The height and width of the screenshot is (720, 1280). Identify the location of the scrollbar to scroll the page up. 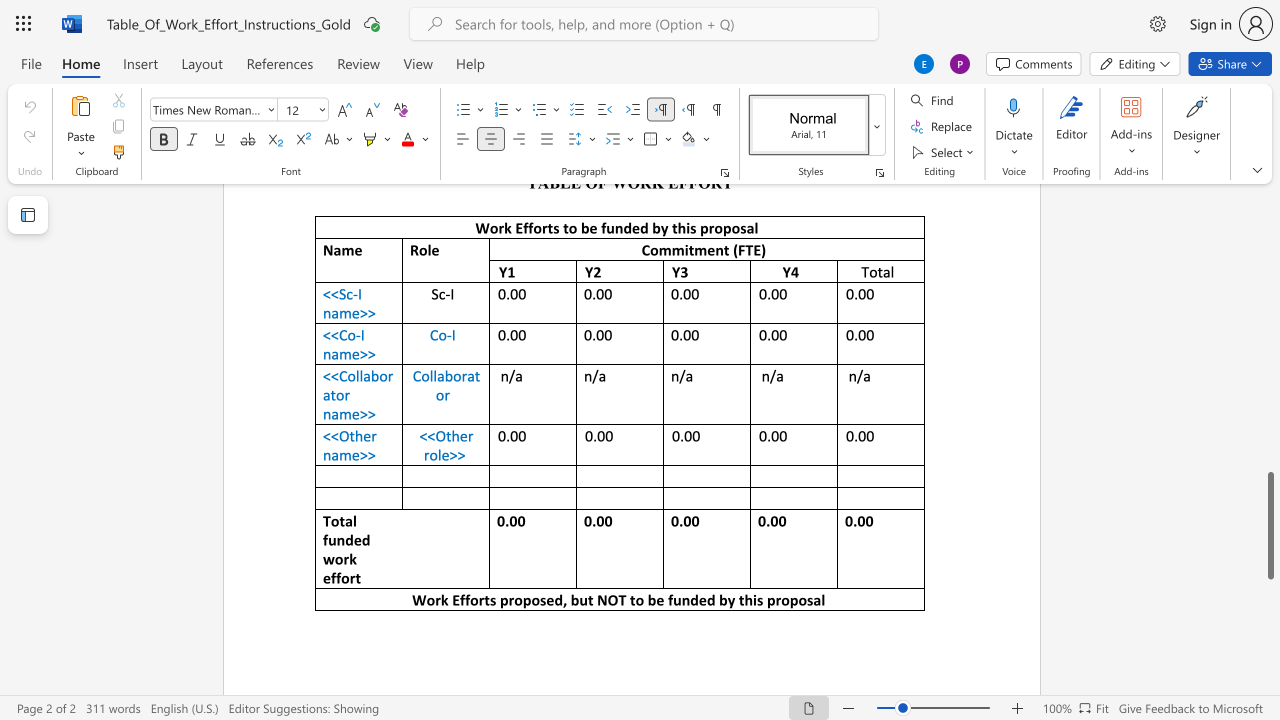
(1269, 270).